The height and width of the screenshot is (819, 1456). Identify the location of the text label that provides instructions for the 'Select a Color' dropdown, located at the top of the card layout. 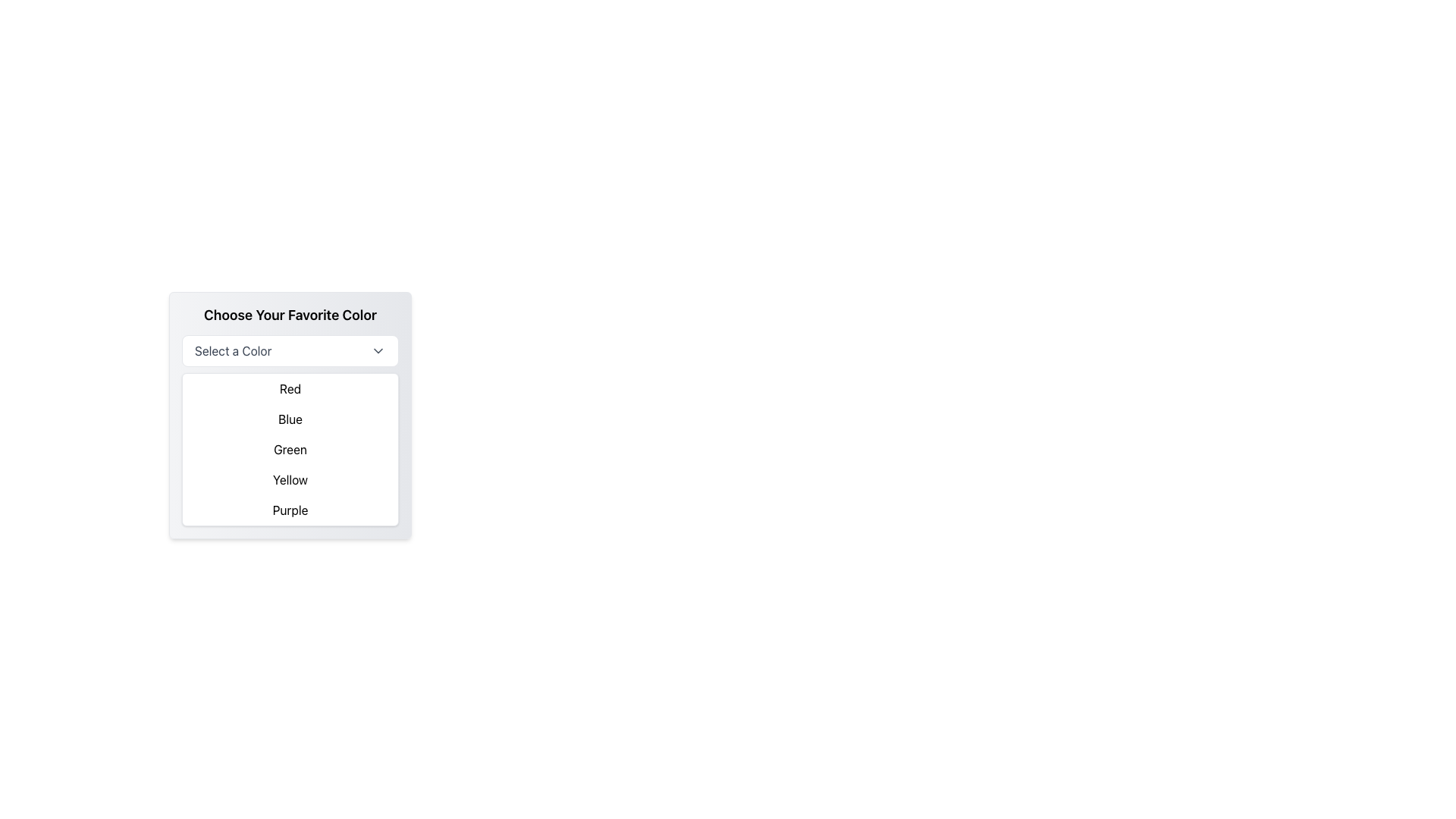
(290, 315).